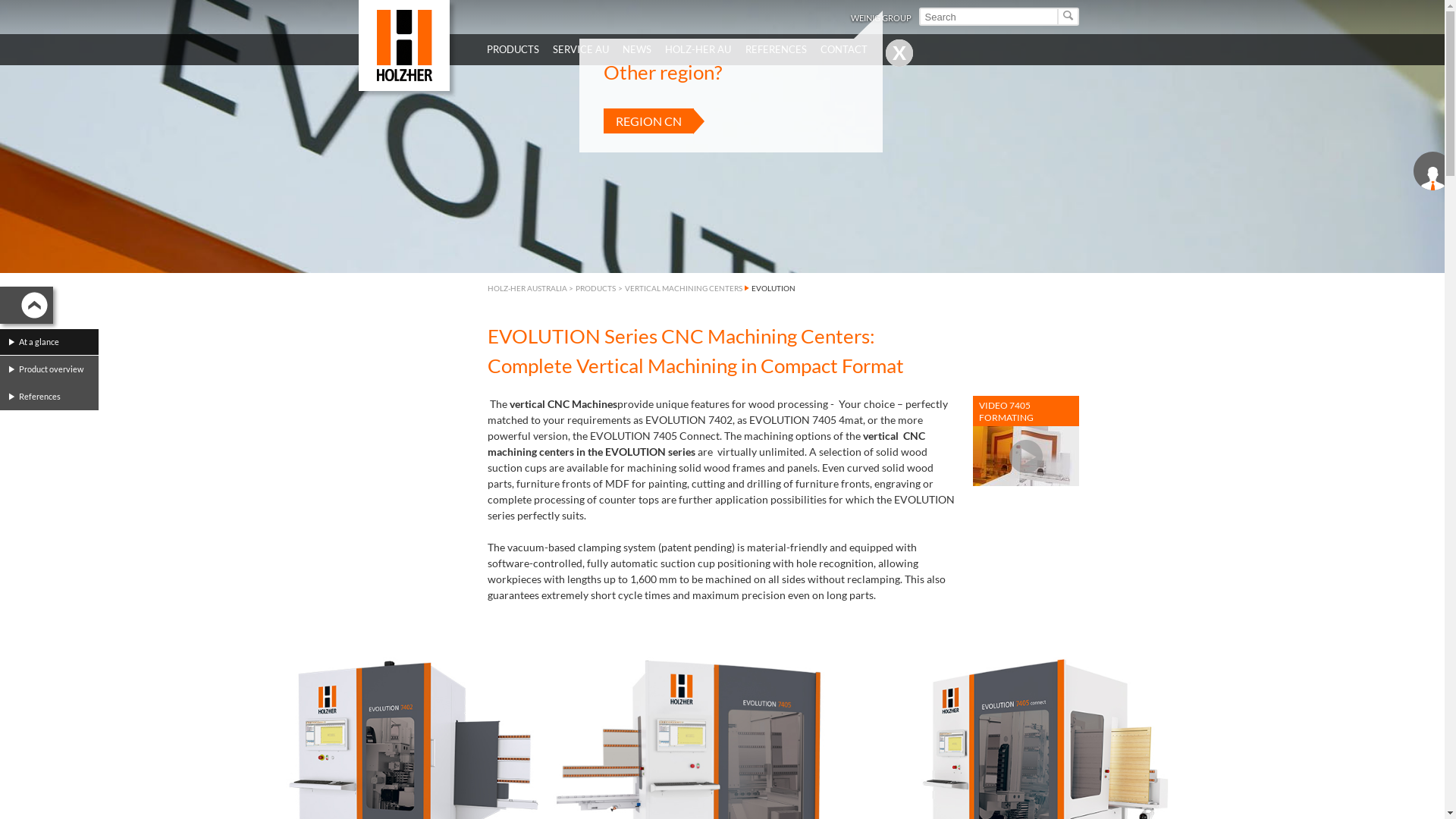  What do you see at coordinates (53, 369) in the screenshot?
I see `'Product overview'` at bounding box center [53, 369].